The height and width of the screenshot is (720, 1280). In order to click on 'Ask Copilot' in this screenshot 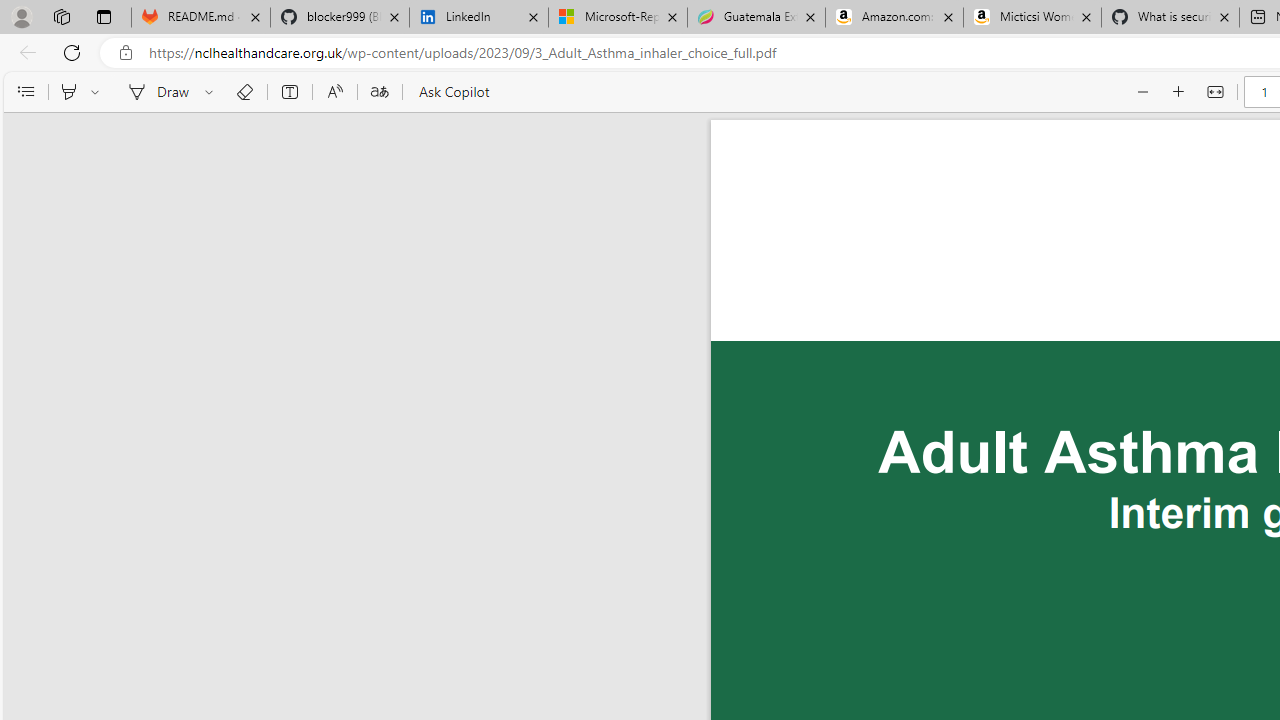, I will do `click(452, 92)`.